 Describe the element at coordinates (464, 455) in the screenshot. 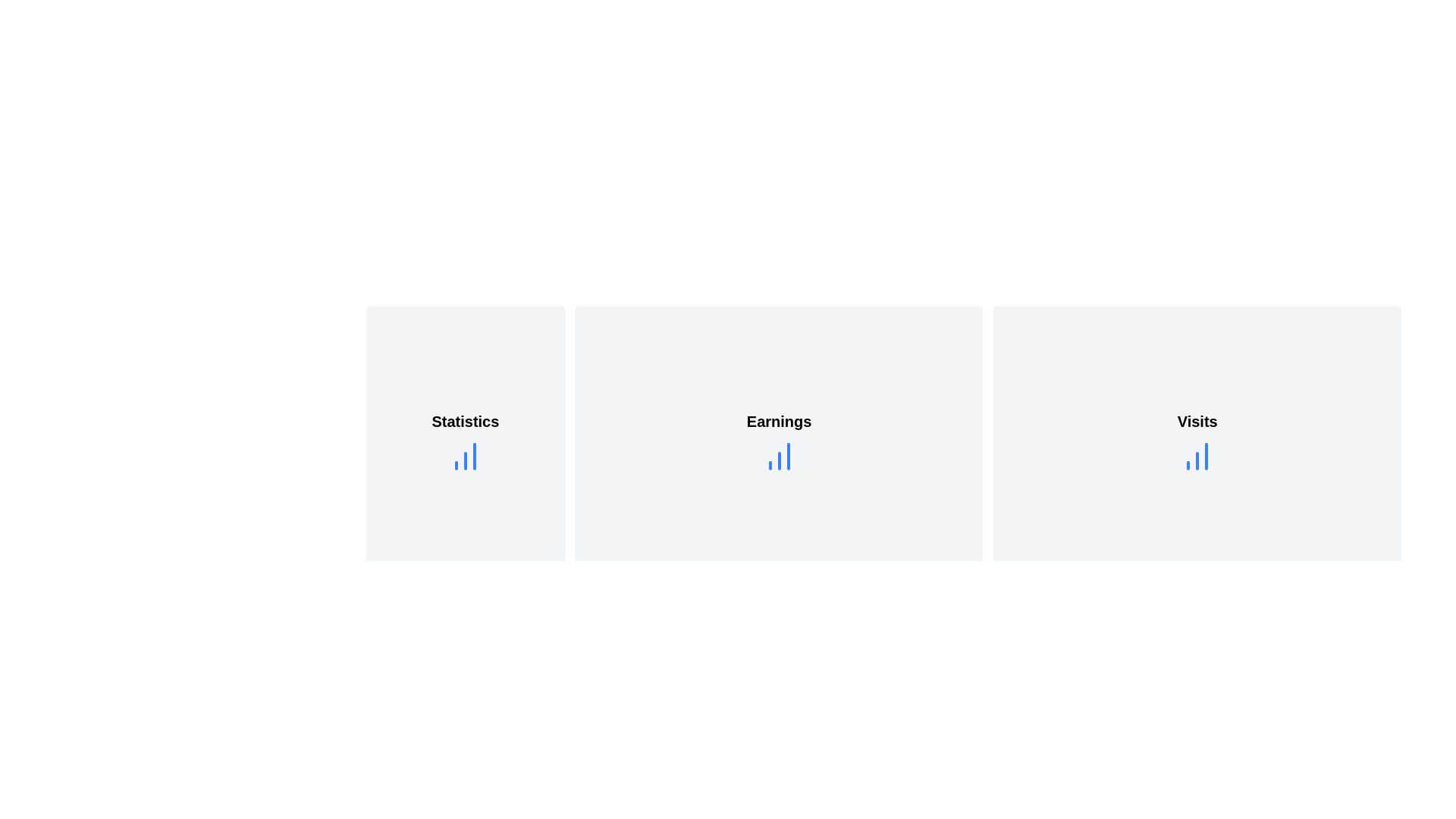

I see `the blue bar chart icon located below the 'Statistics' text in the top-left card of the 'Statistics' section` at that location.